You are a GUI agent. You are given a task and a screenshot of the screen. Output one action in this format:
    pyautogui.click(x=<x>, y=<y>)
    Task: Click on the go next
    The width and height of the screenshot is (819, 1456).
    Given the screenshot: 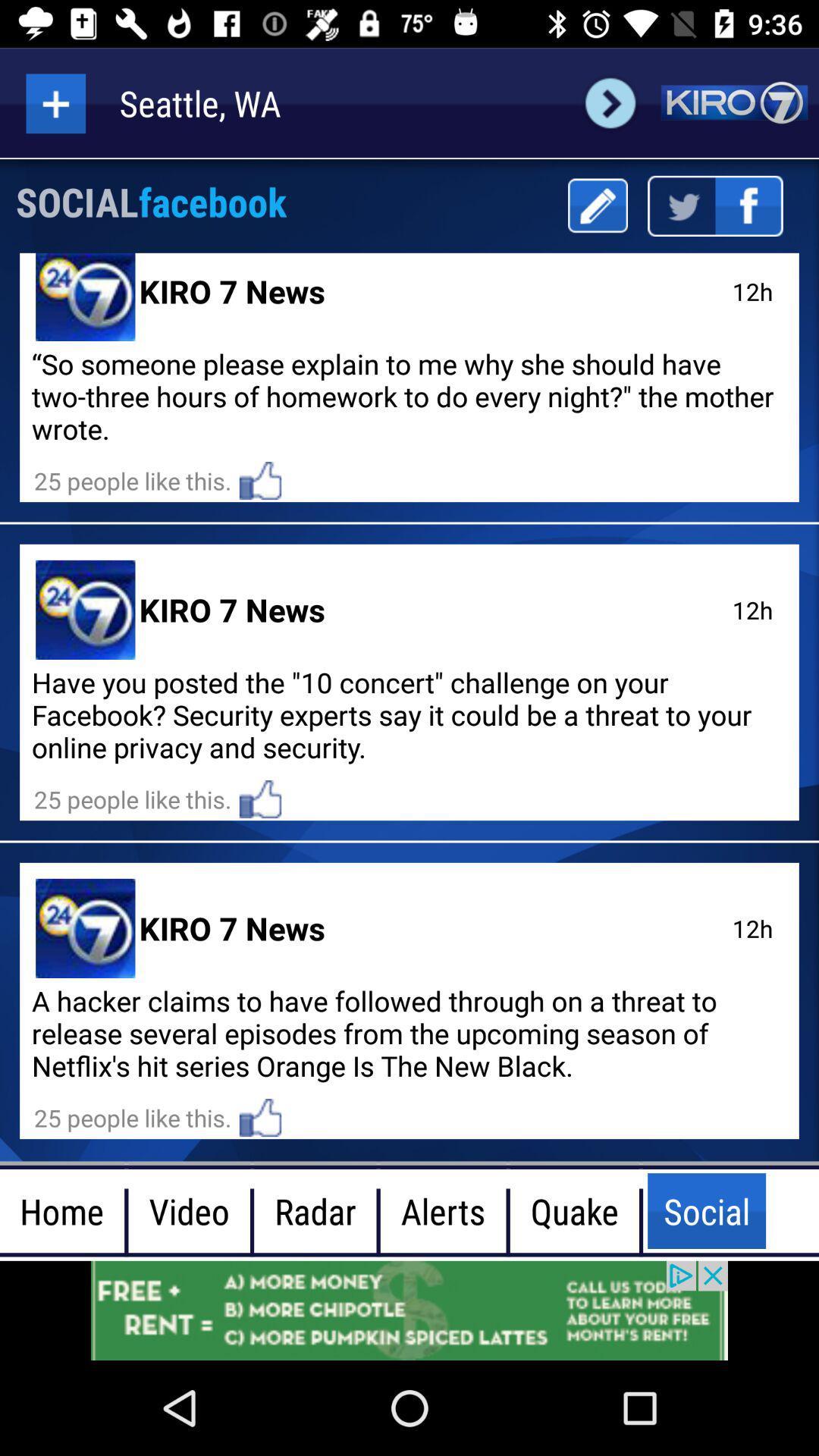 What is the action you would take?
    pyautogui.click(x=610, y=102)
    